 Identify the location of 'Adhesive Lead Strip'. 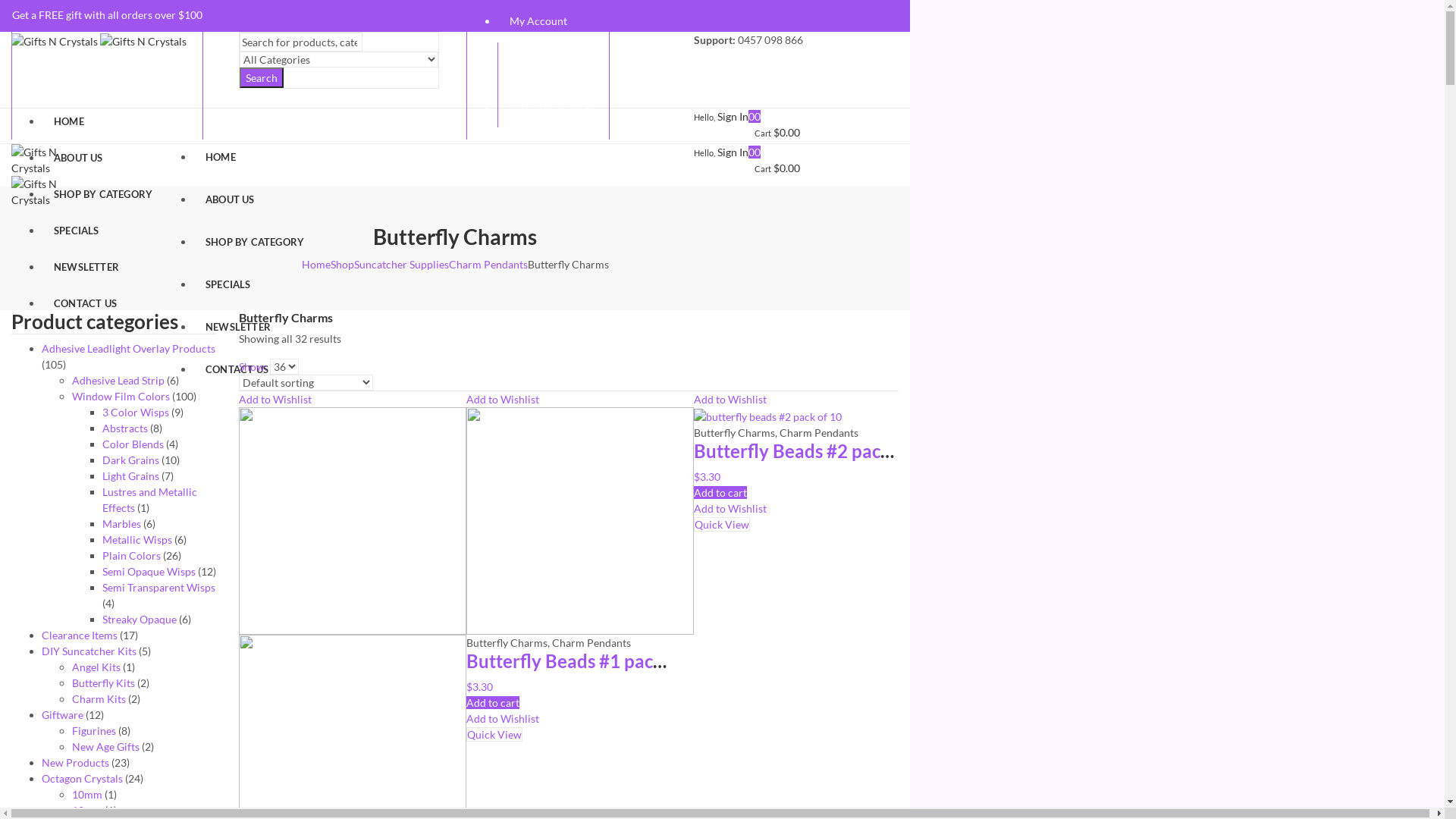
(118, 379).